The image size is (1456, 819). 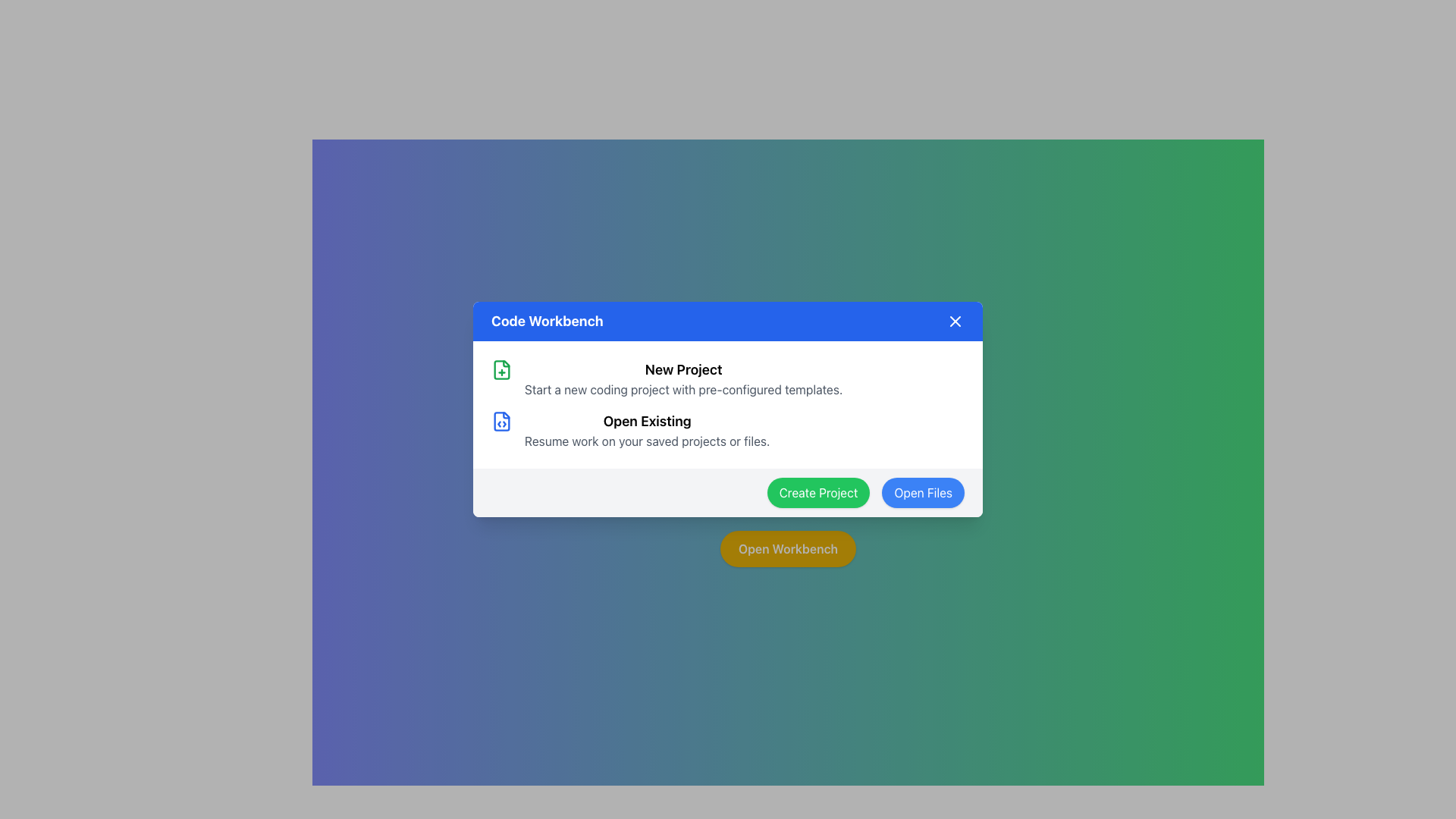 I want to click on the text label that reads 'Resume work on your saved projects or files.' located beneath the heading 'Open Existing' in the 'Code Workbench' modal, so click(x=647, y=441).